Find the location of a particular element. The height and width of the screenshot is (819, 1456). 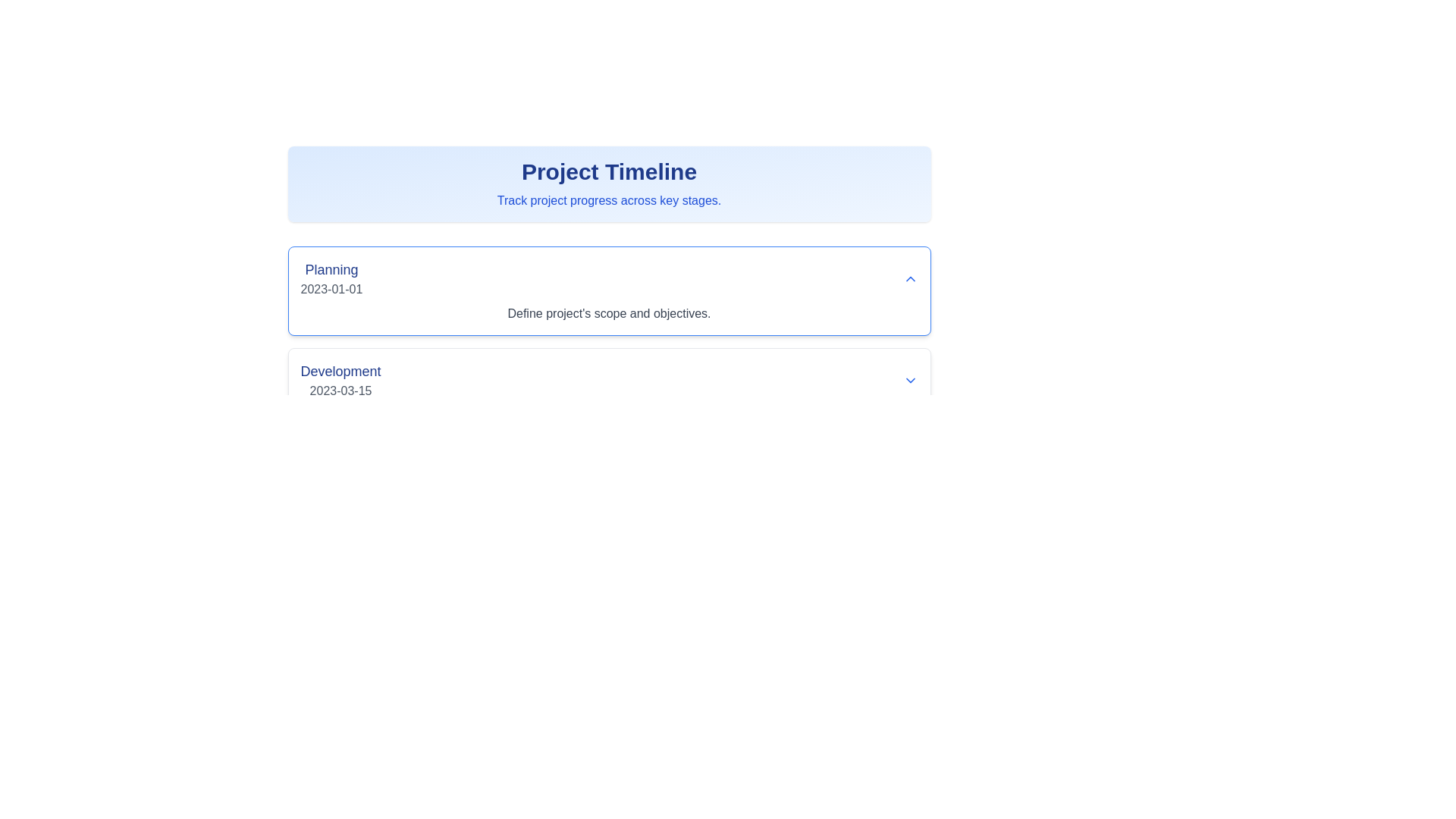

the text display element that shows 'Development' in a larger blue bold font and the date '2023-03-15' in a smaller gray font, located under the 'Planning' section is located at coordinates (340, 379).